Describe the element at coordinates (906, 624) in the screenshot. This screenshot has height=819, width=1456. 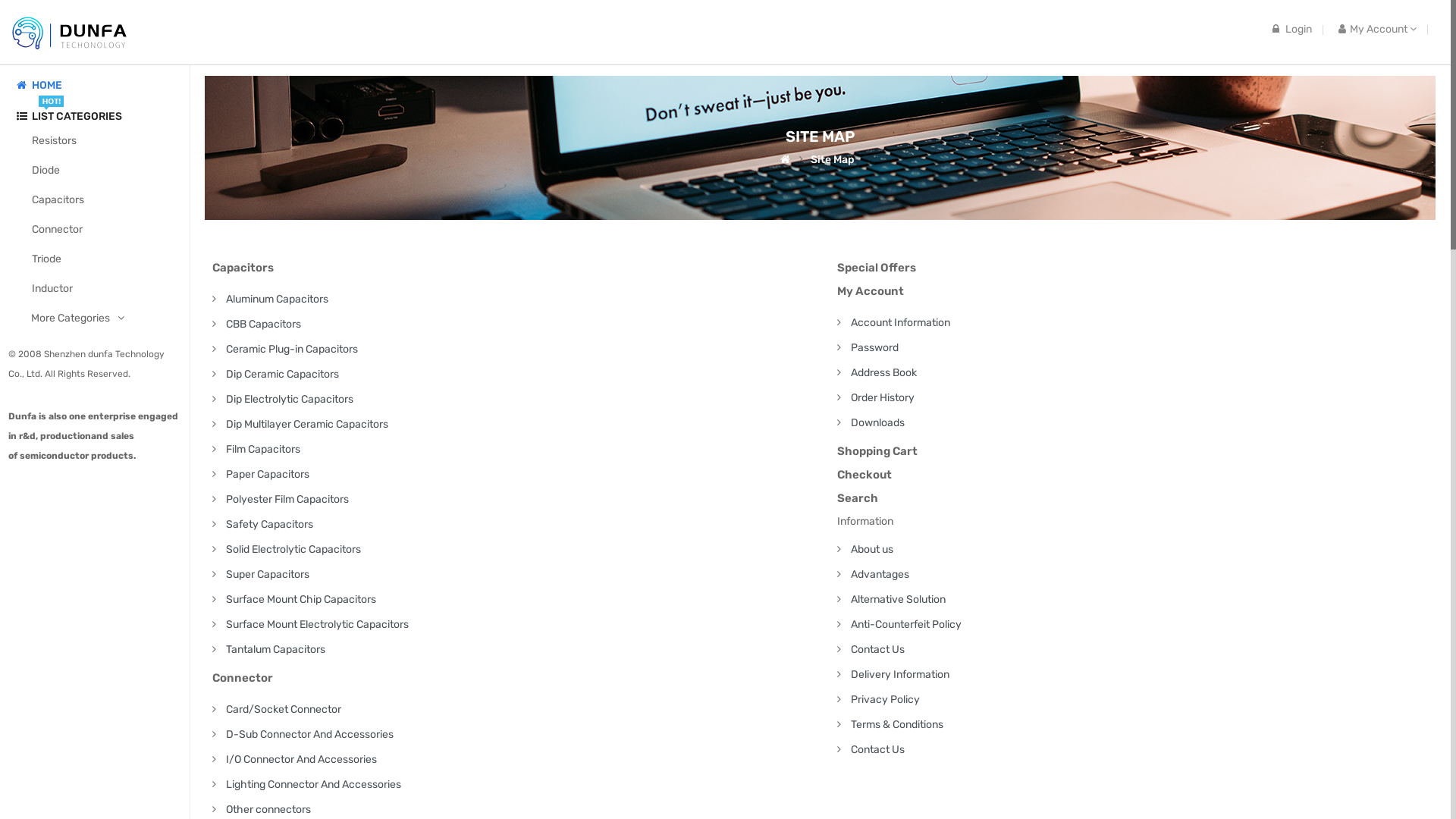
I see `'Anti-Counterfeit Policy'` at that location.